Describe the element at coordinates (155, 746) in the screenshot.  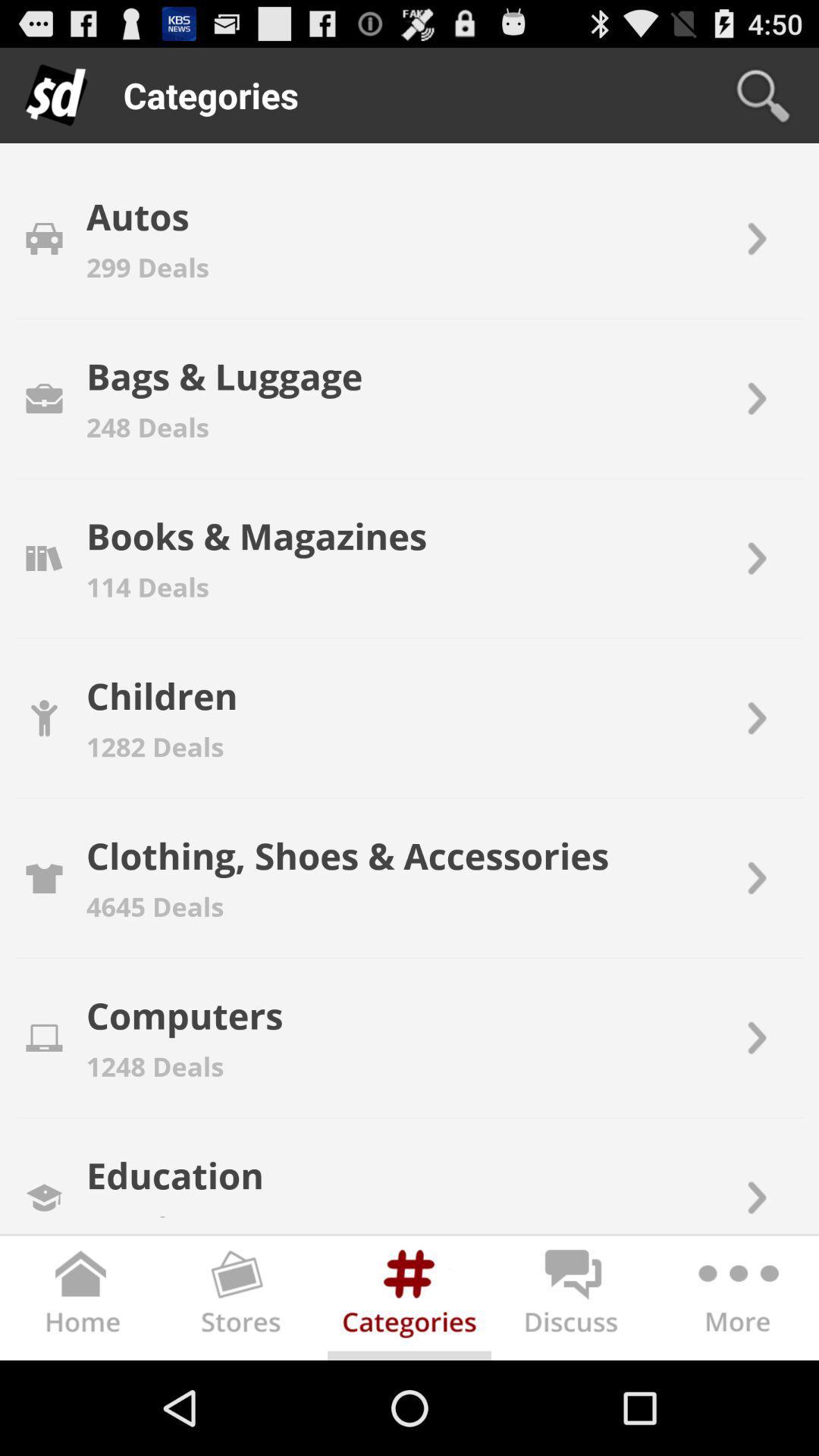
I see `the 1282 deals icon` at that location.